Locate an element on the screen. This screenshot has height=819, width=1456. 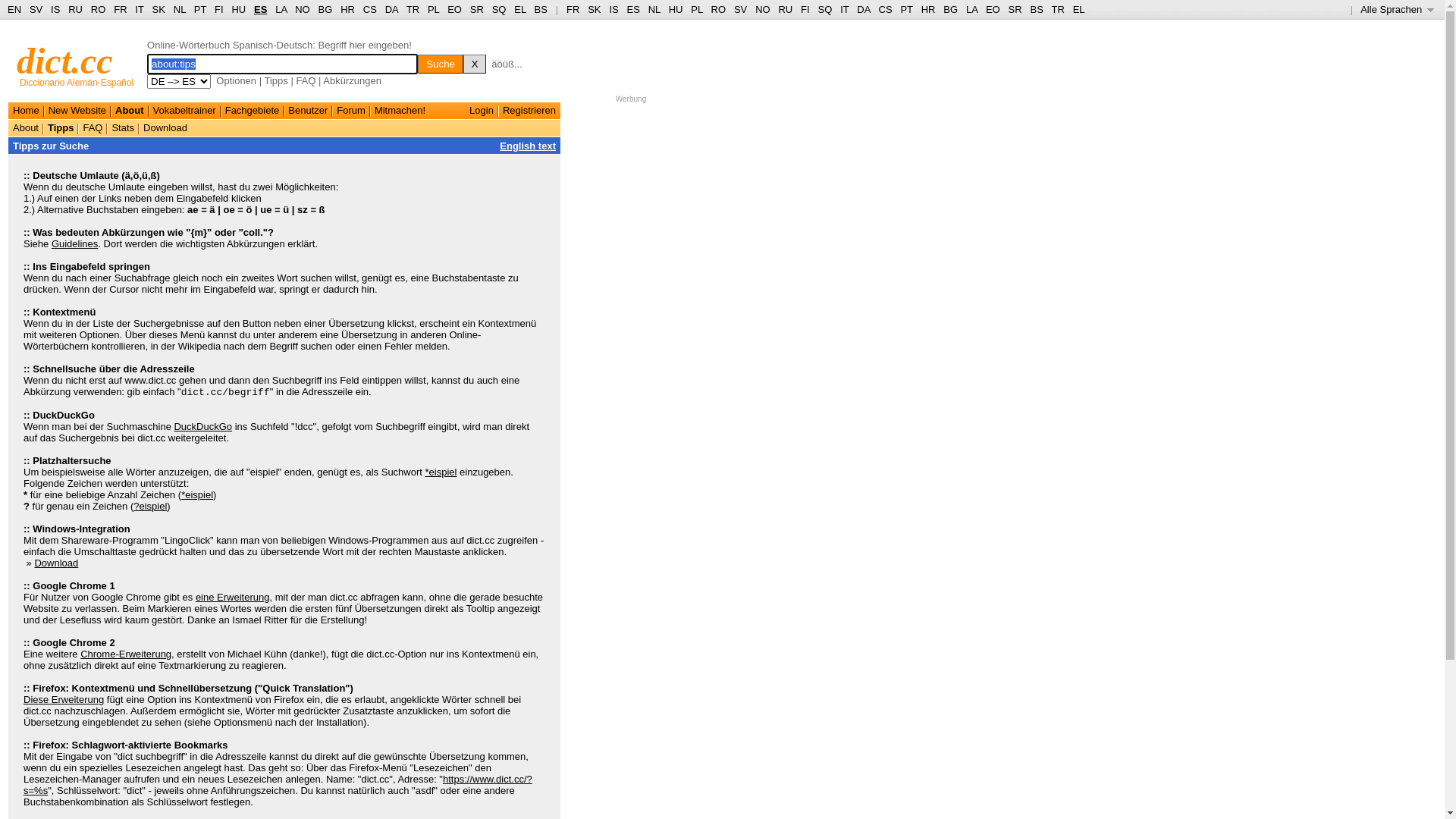
'Registrieren' is located at coordinates (502, 109).